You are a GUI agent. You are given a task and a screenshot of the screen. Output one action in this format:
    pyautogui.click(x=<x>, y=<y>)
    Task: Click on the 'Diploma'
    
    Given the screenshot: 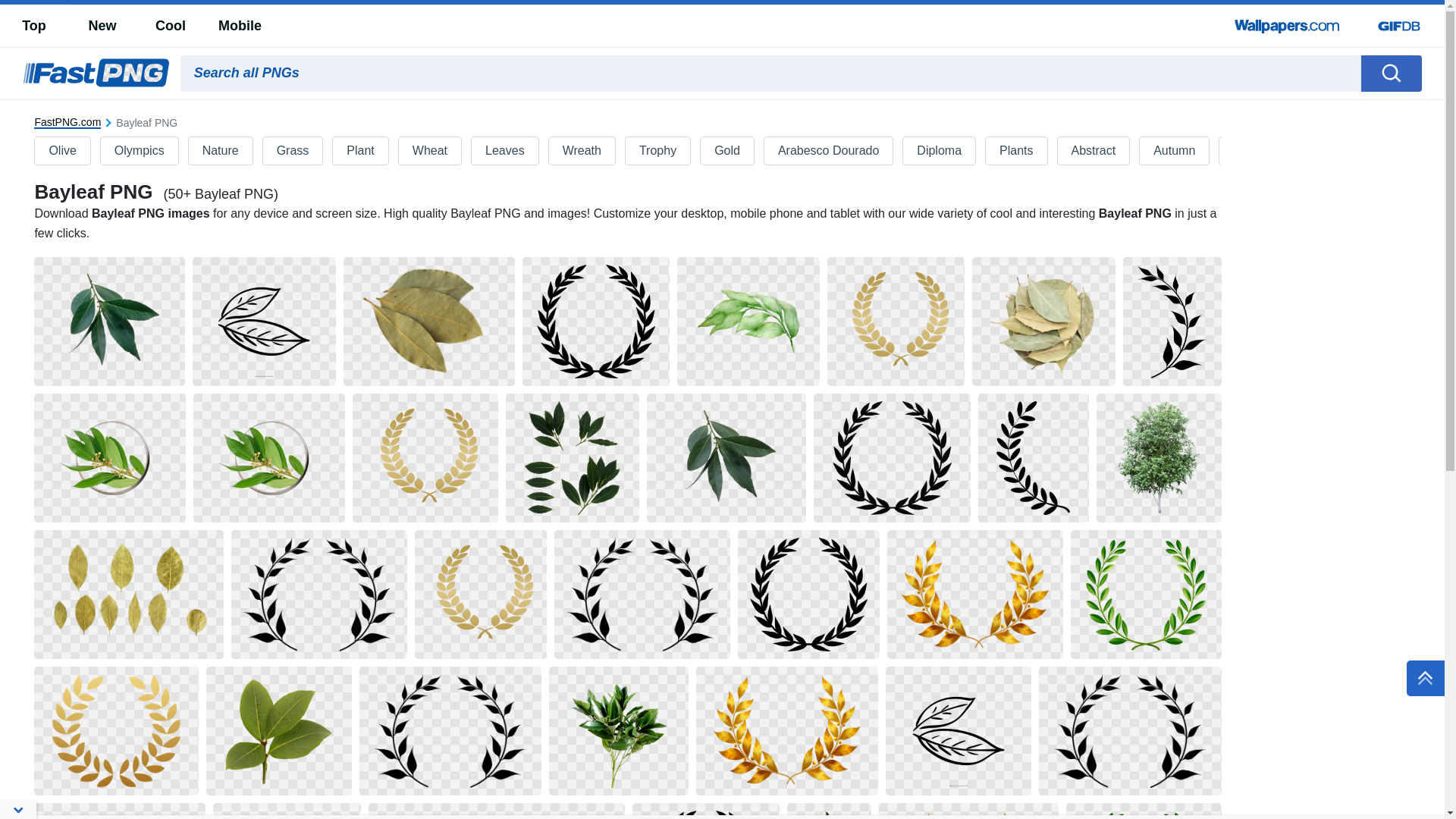 What is the action you would take?
    pyautogui.click(x=938, y=151)
    